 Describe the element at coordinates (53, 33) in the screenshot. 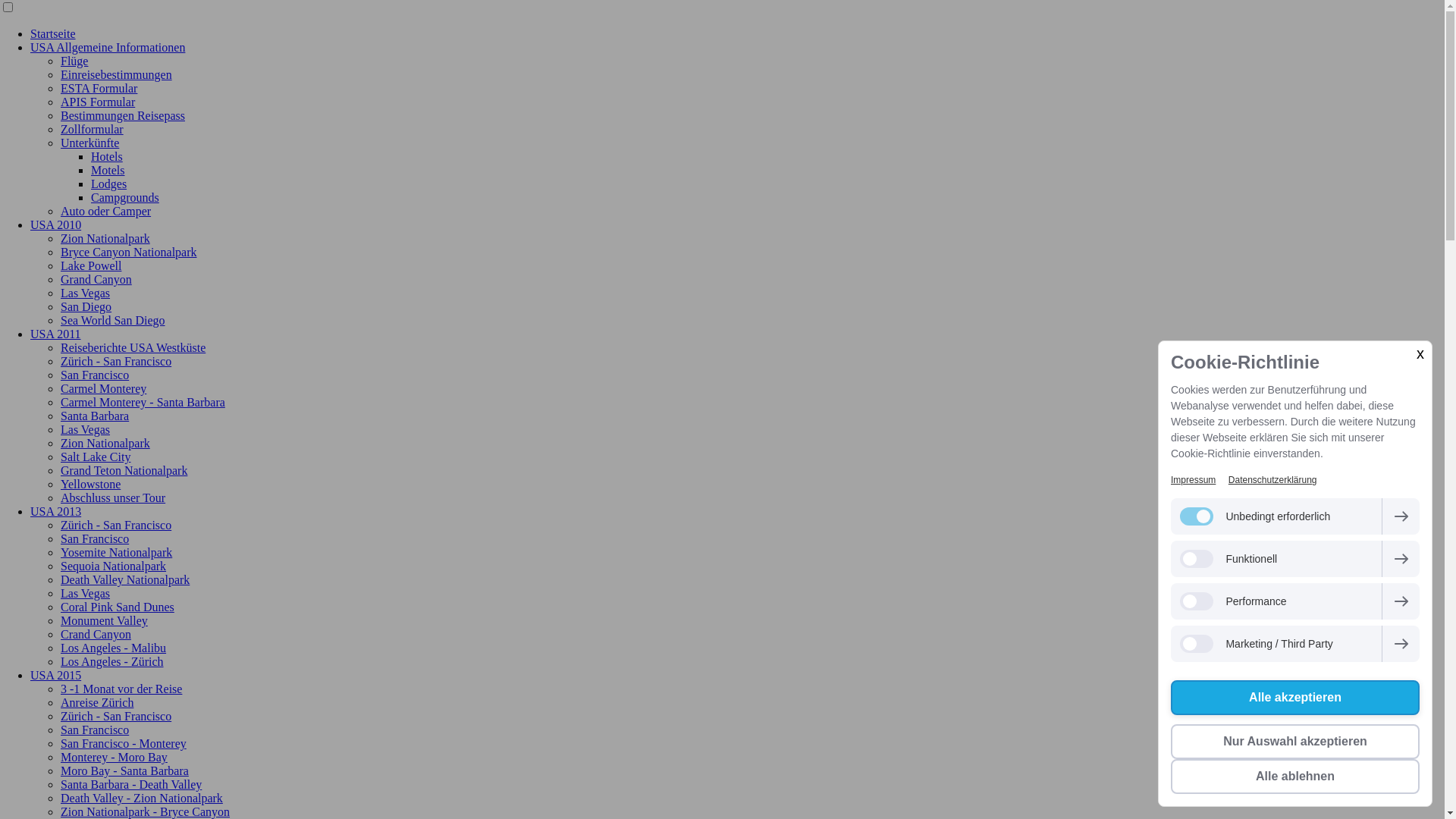

I see `'Startseite'` at that location.